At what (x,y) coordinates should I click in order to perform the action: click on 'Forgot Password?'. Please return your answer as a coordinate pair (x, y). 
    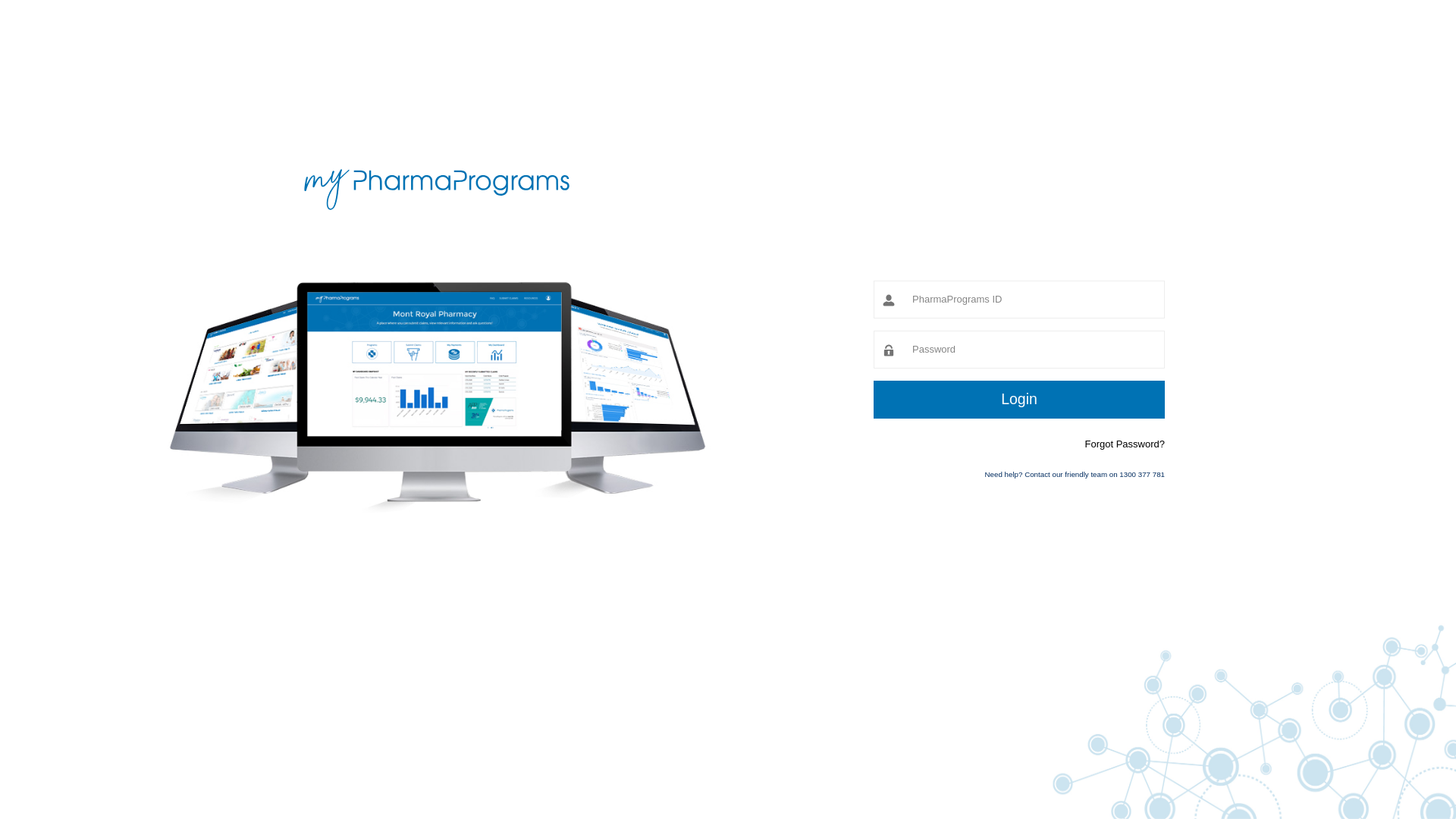
    Looking at the image, I should click on (1125, 444).